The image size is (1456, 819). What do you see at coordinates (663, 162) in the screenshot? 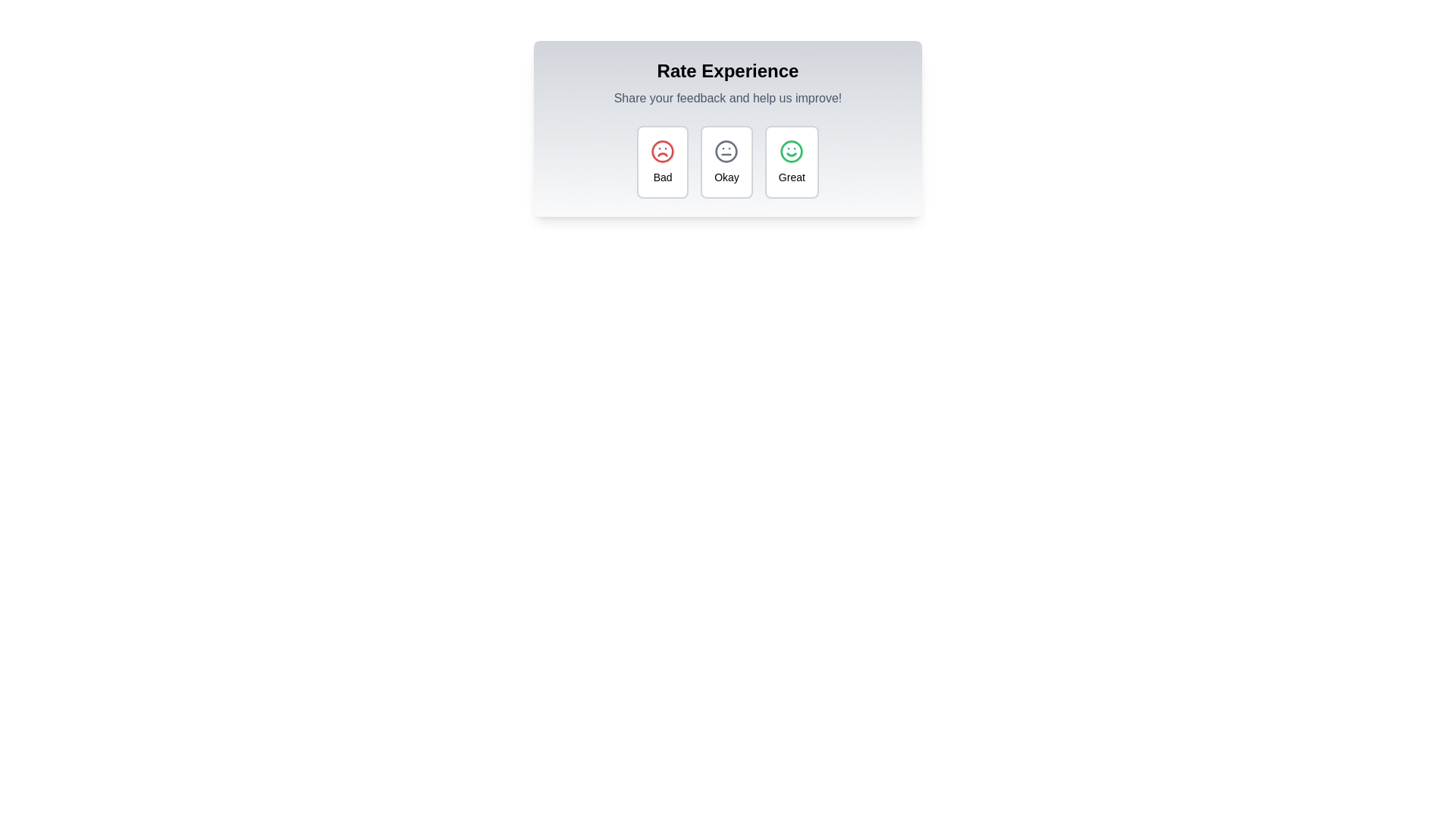
I see `the negative feedback button located beneath the 'Rate Experience' text, which is the first button from the left in a row of three buttons` at bounding box center [663, 162].